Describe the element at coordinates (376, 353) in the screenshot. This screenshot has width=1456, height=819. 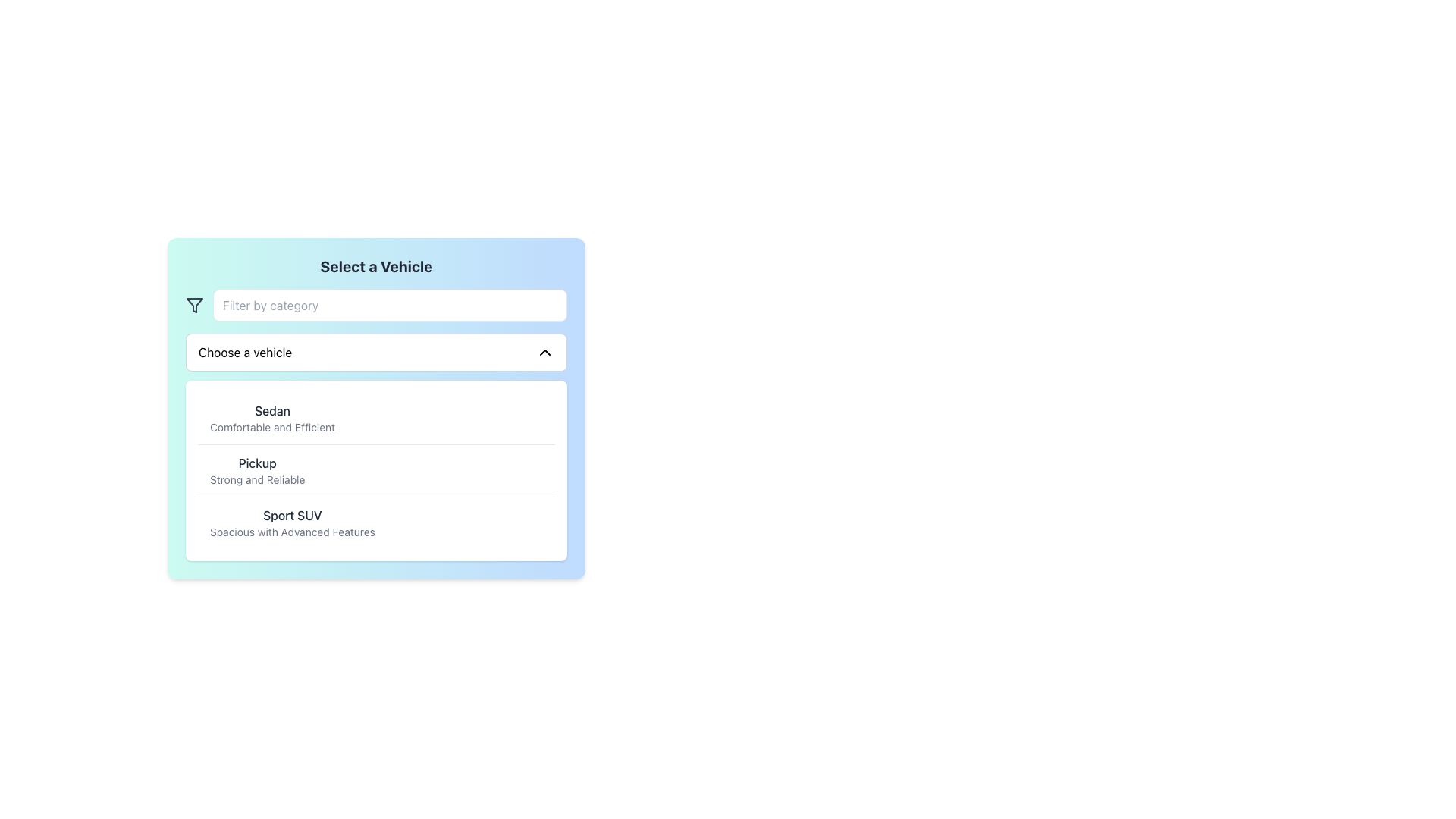
I see `the Dropdown trigger button labeled 'Choose a vehicle' which is positioned beneath the 'Filter by category' input field and above the vehicle options list` at that location.